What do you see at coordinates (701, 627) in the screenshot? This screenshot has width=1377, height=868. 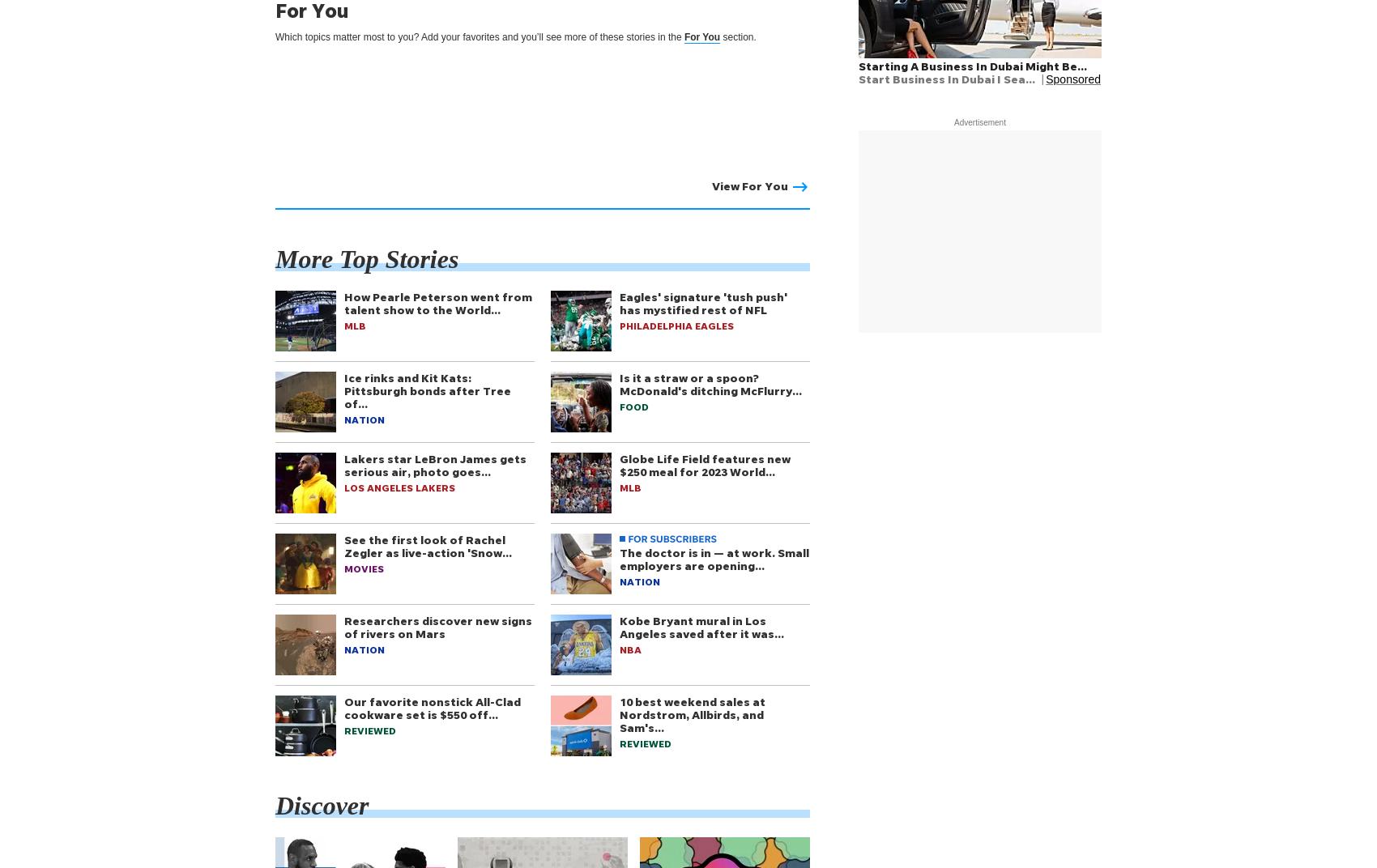 I see `'Kobe Bryant mural in Los Angeles saved after it was…'` at bounding box center [701, 627].